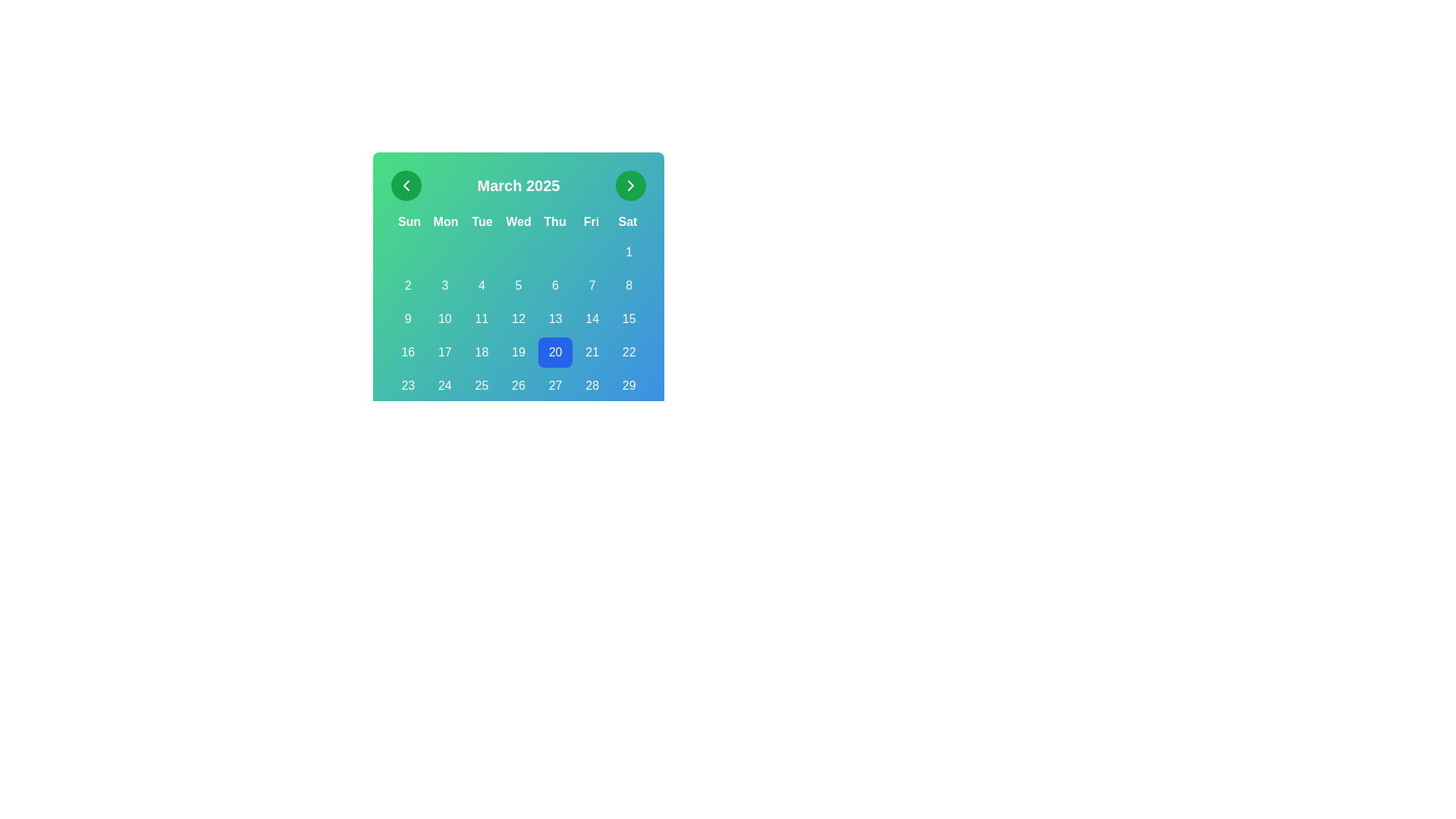  I want to click on the rectangular button with rounded corners, styled with a blue background and featuring the text '20' in white, so click(554, 353).